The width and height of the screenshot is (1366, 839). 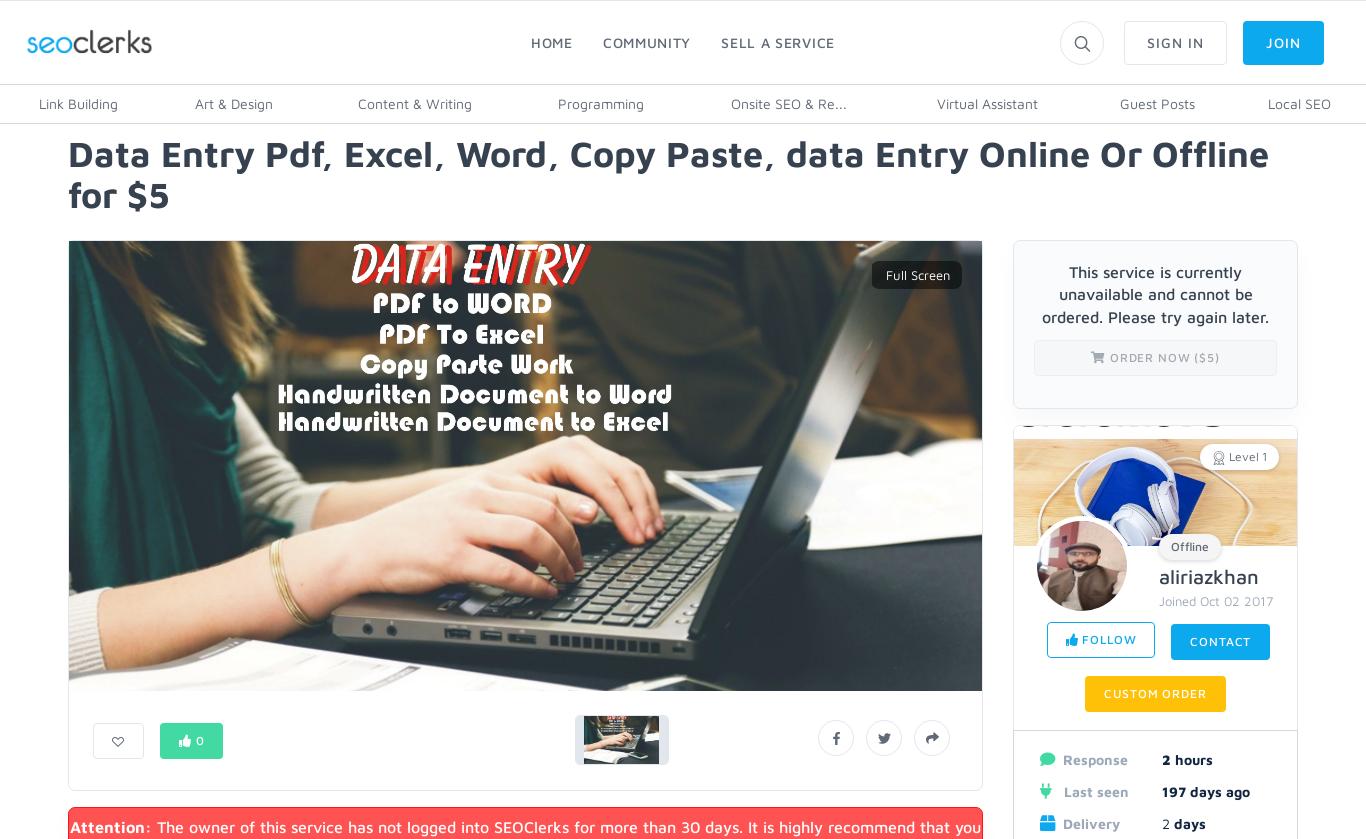 What do you see at coordinates (1247, 454) in the screenshot?
I see `'Level 1'` at bounding box center [1247, 454].